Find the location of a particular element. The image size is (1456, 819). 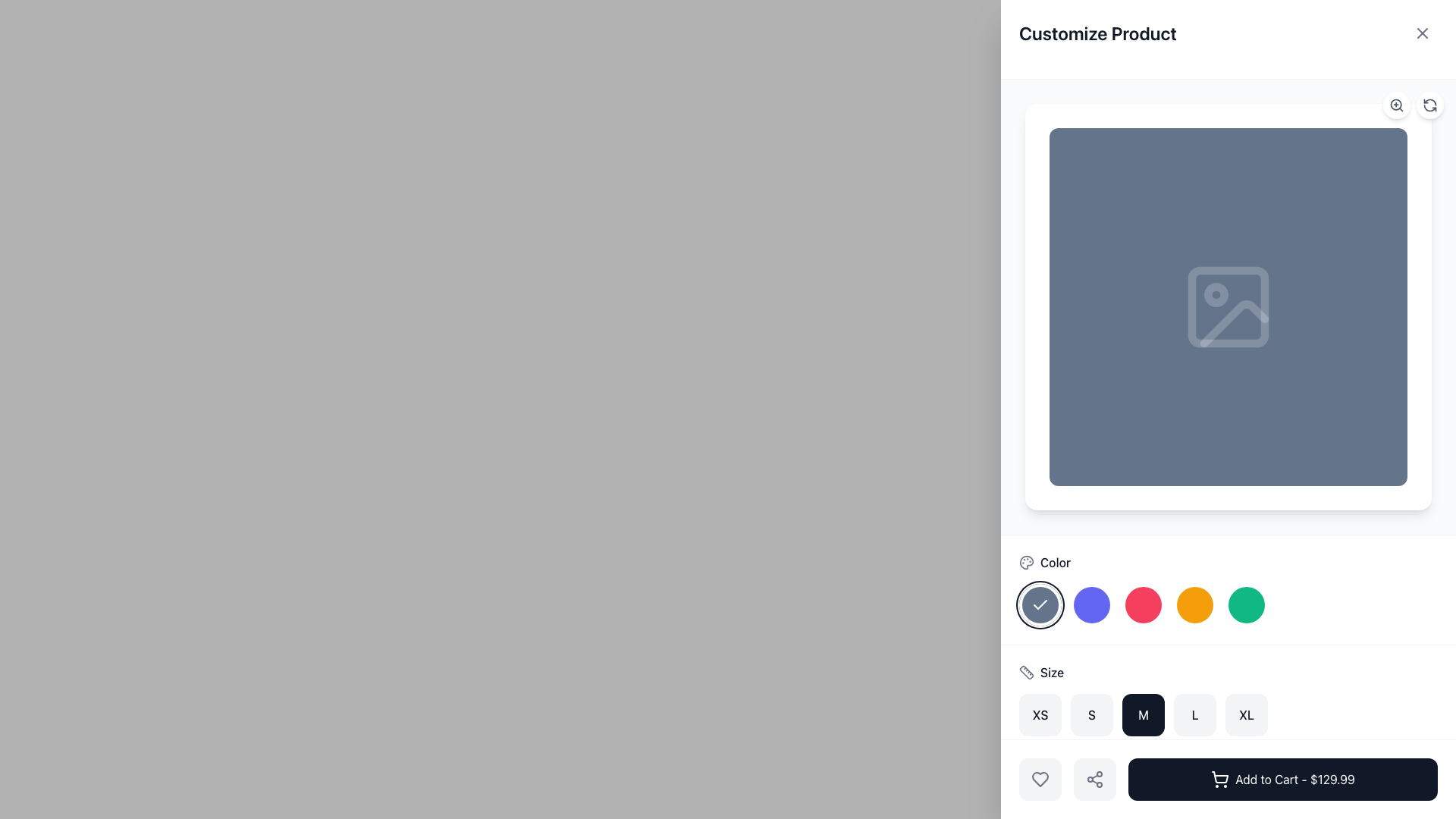

the close button (icon button) located at the top-right corner of the 'Customize Product' panel is located at coordinates (1422, 33).